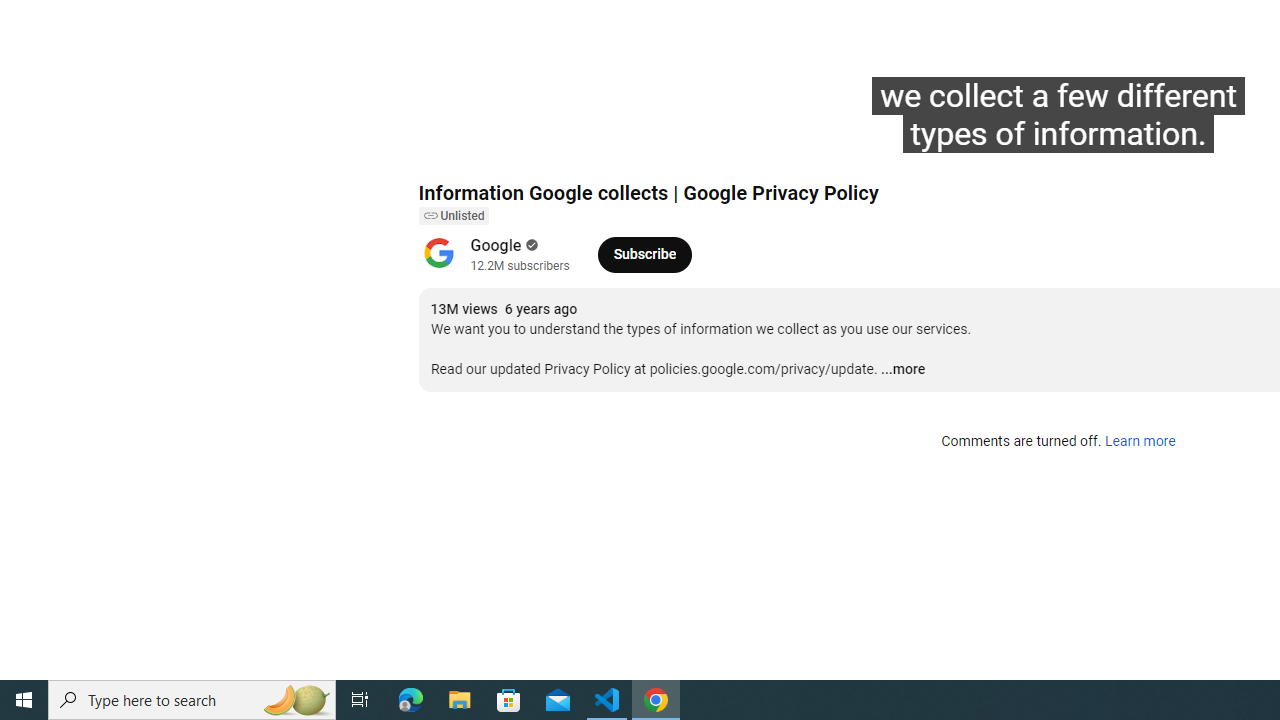 This screenshot has width=1280, height=720. Describe the element at coordinates (548, 141) in the screenshot. I see `'Mute (m)'` at that location.